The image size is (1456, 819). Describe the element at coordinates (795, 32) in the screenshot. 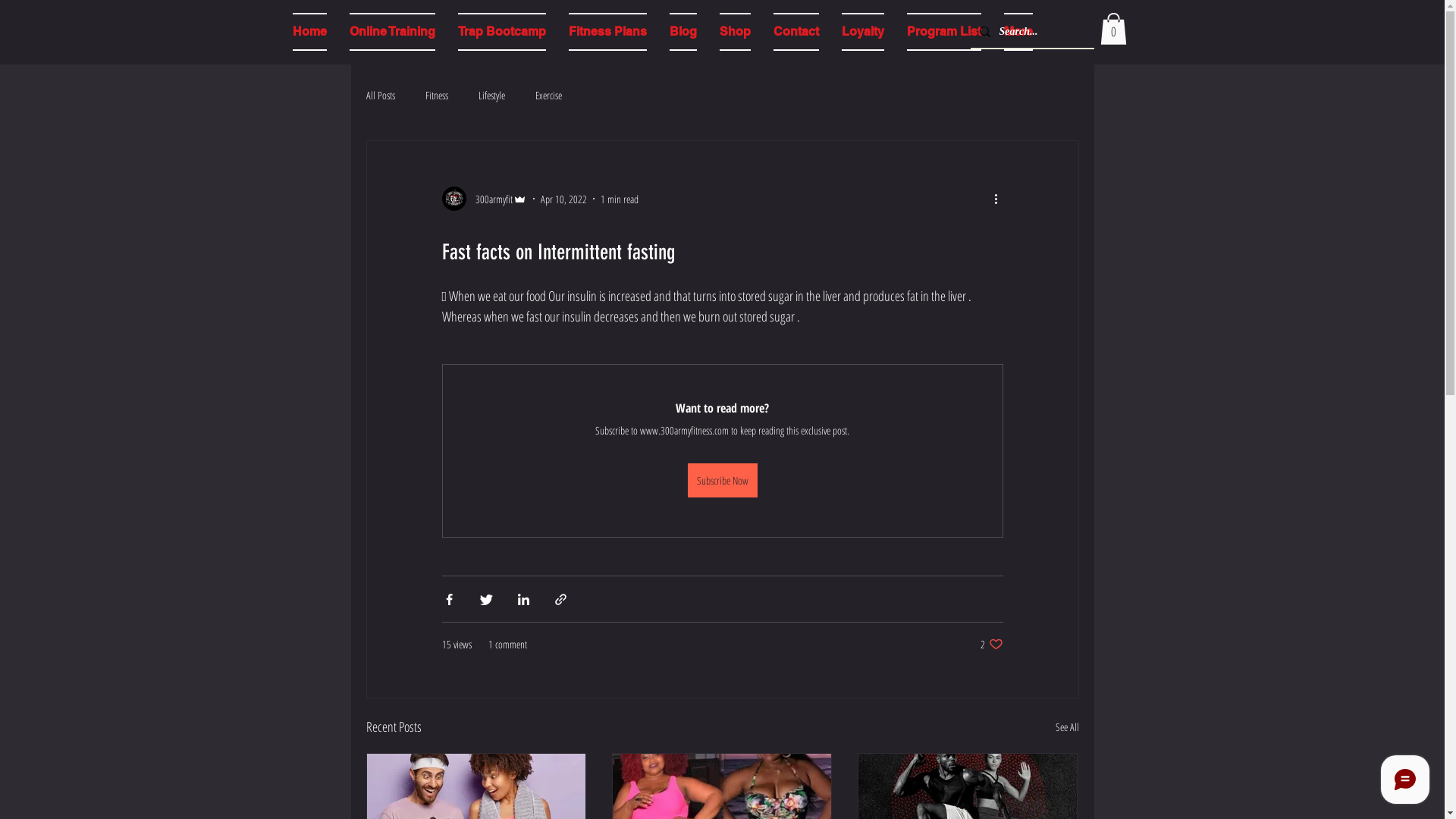

I see `'Contact'` at that location.